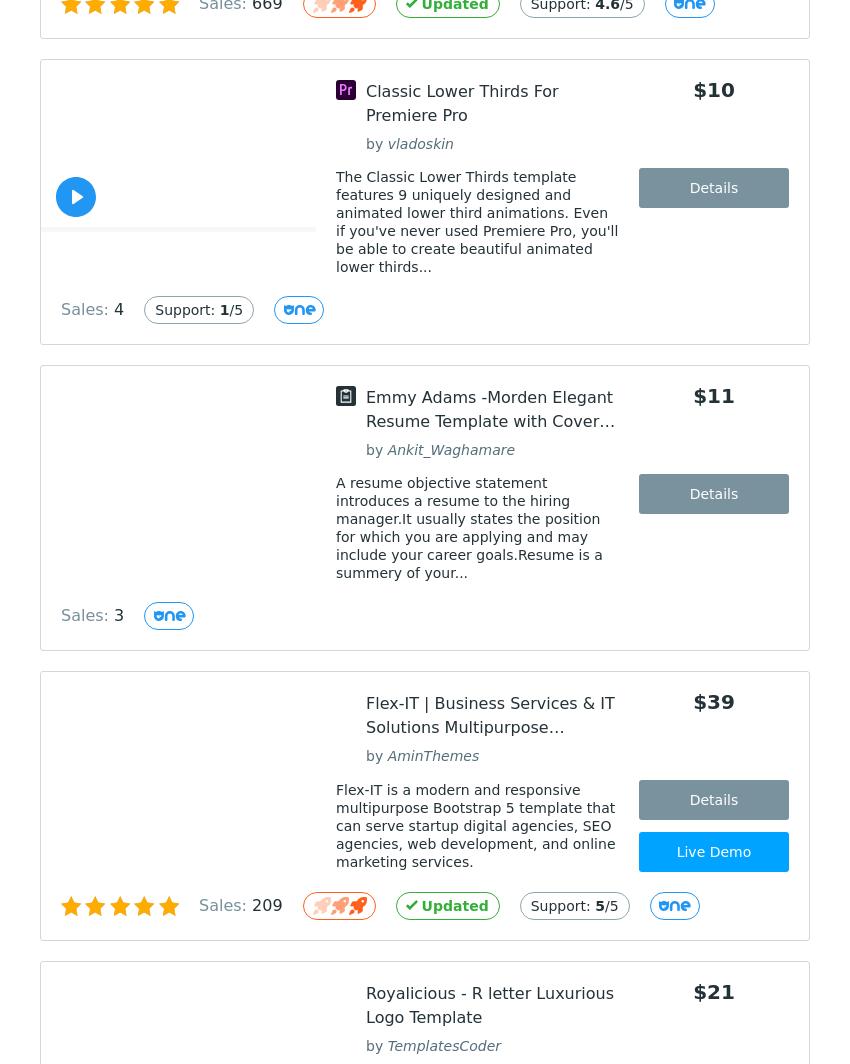 The width and height of the screenshot is (850, 1064). I want to click on 'Royalicious - R letter Luxurious Logo Template', so click(490, 1005).